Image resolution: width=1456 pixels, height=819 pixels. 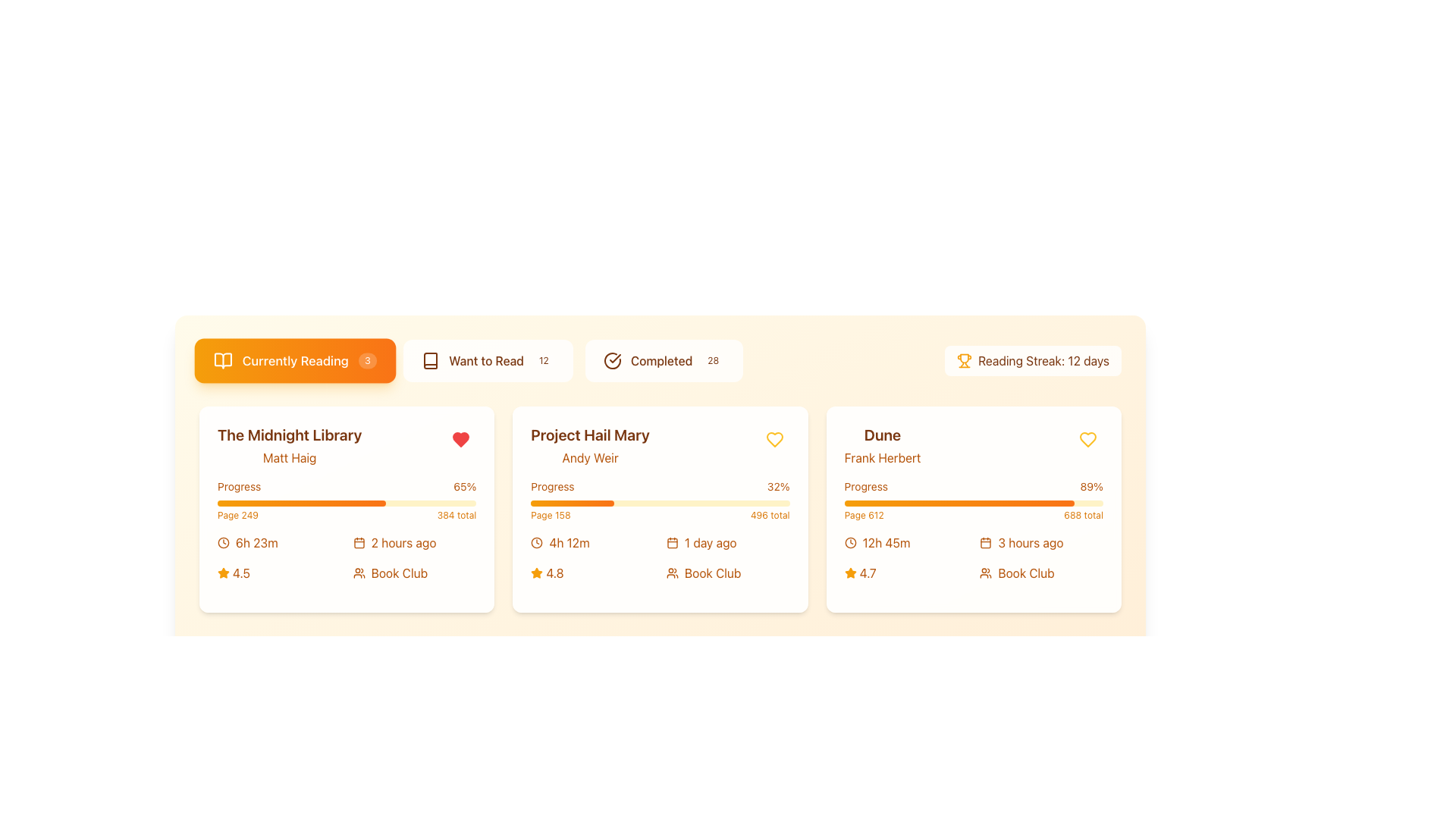 What do you see at coordinates (868, 573) in the screenshot?
I see `the Rating text displaying '4.7' in amber-colored text, located below the 'Dune' book card and aligned to the right of the star icon` at bounding box center [868, 573].